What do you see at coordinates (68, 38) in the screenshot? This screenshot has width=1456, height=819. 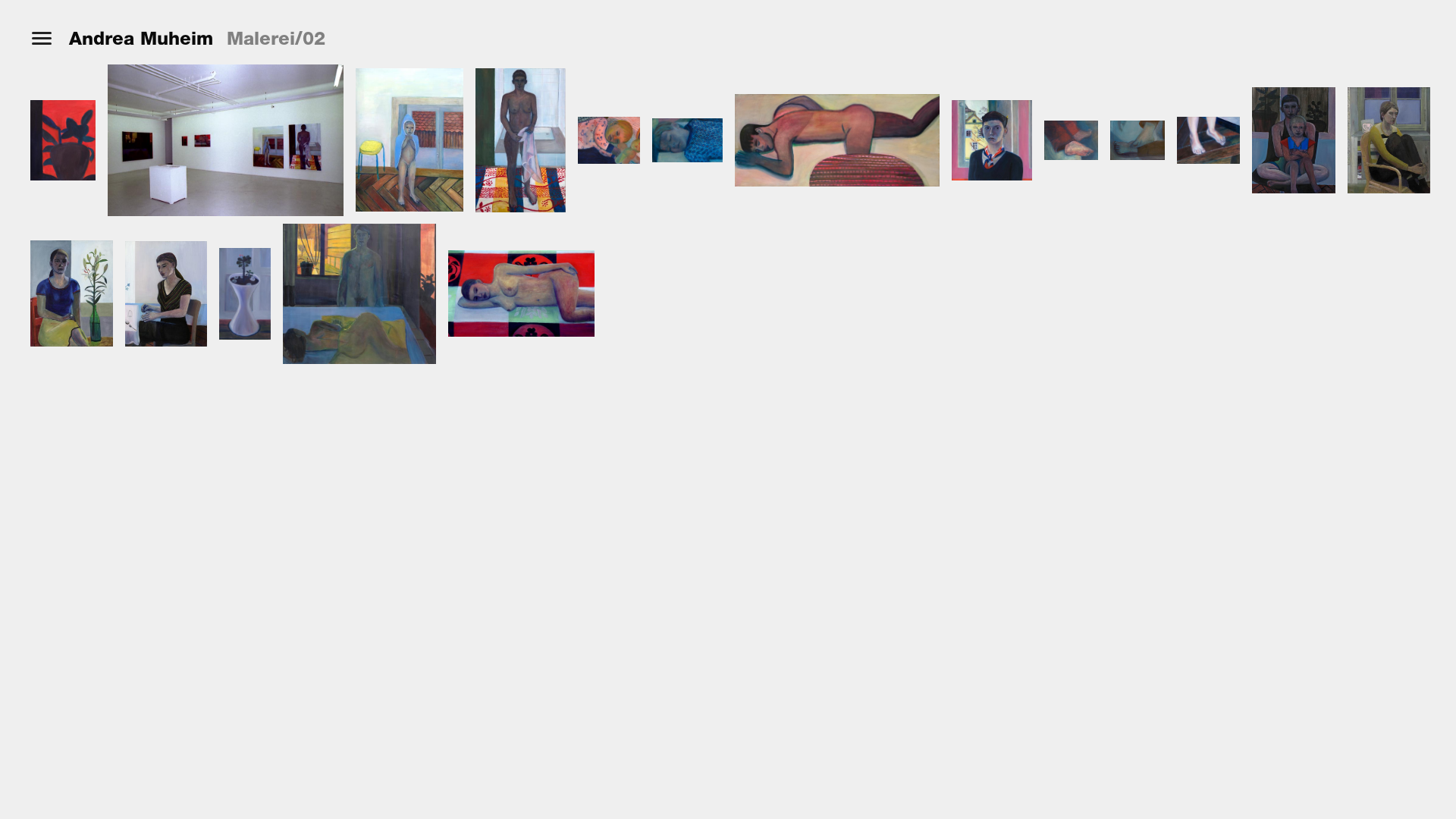 I see `'Andrea Muheim'` at bounding box center [68, 38].